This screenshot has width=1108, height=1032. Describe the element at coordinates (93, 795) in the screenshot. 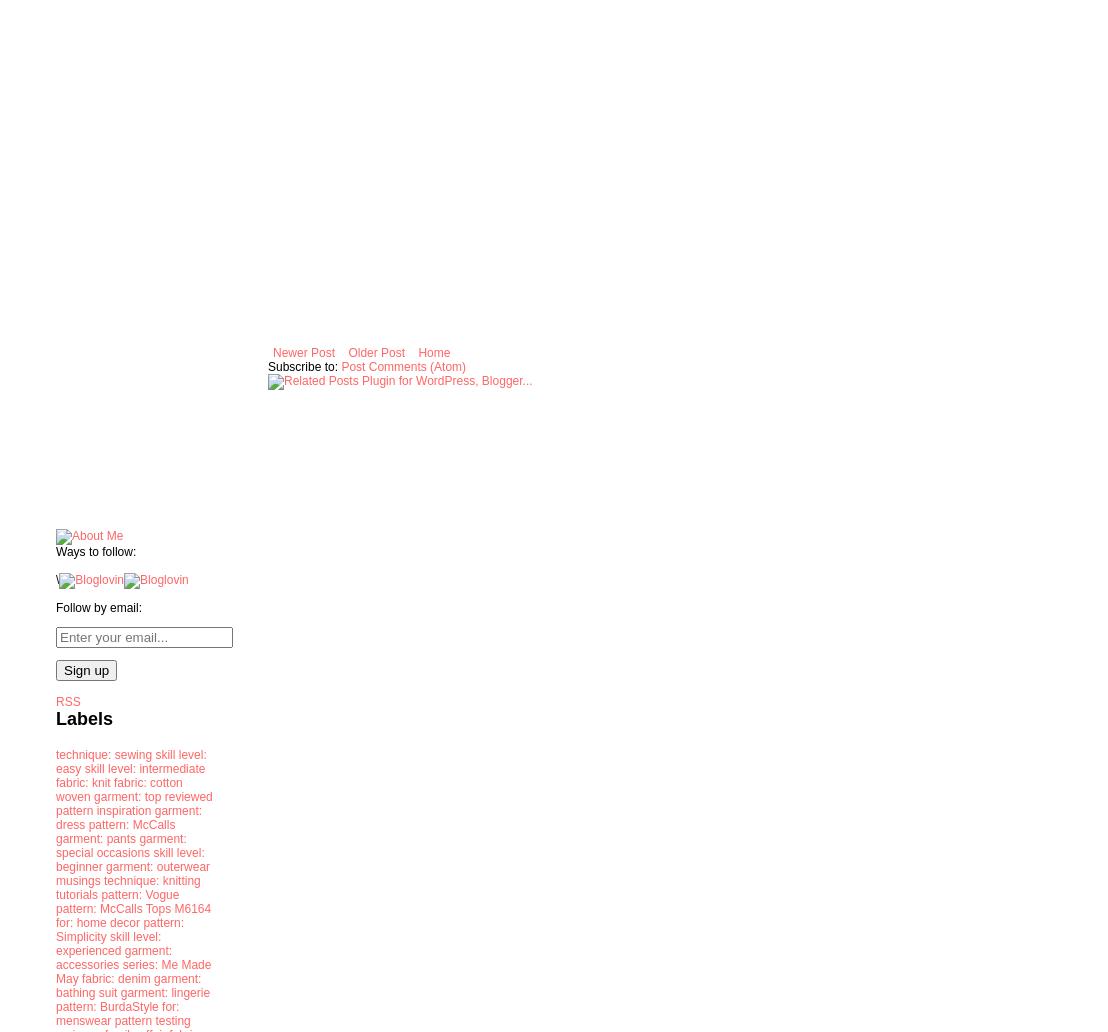

I see `'garment: top'` at that location.